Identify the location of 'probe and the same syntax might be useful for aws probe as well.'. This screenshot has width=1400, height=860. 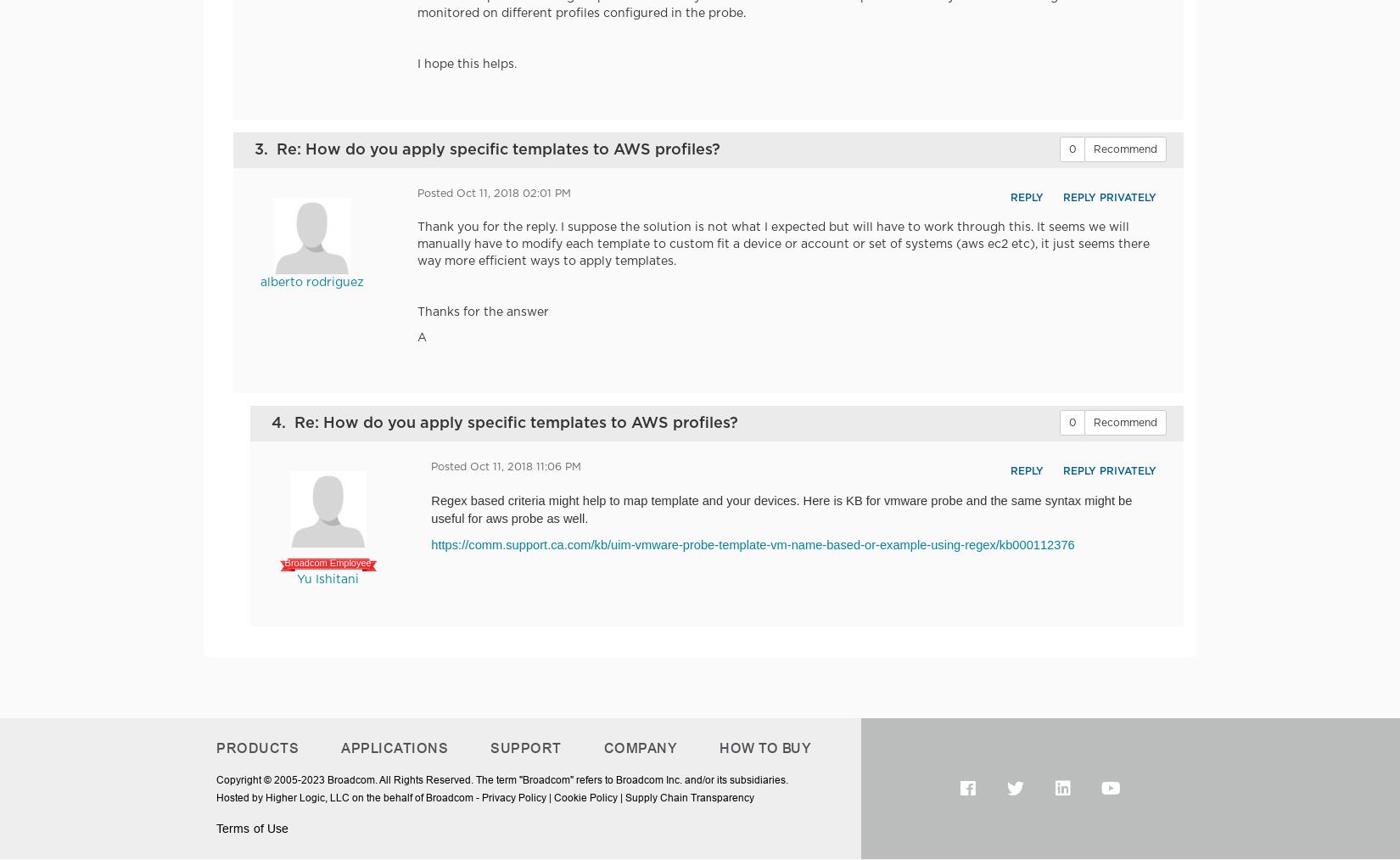
(781, 509).